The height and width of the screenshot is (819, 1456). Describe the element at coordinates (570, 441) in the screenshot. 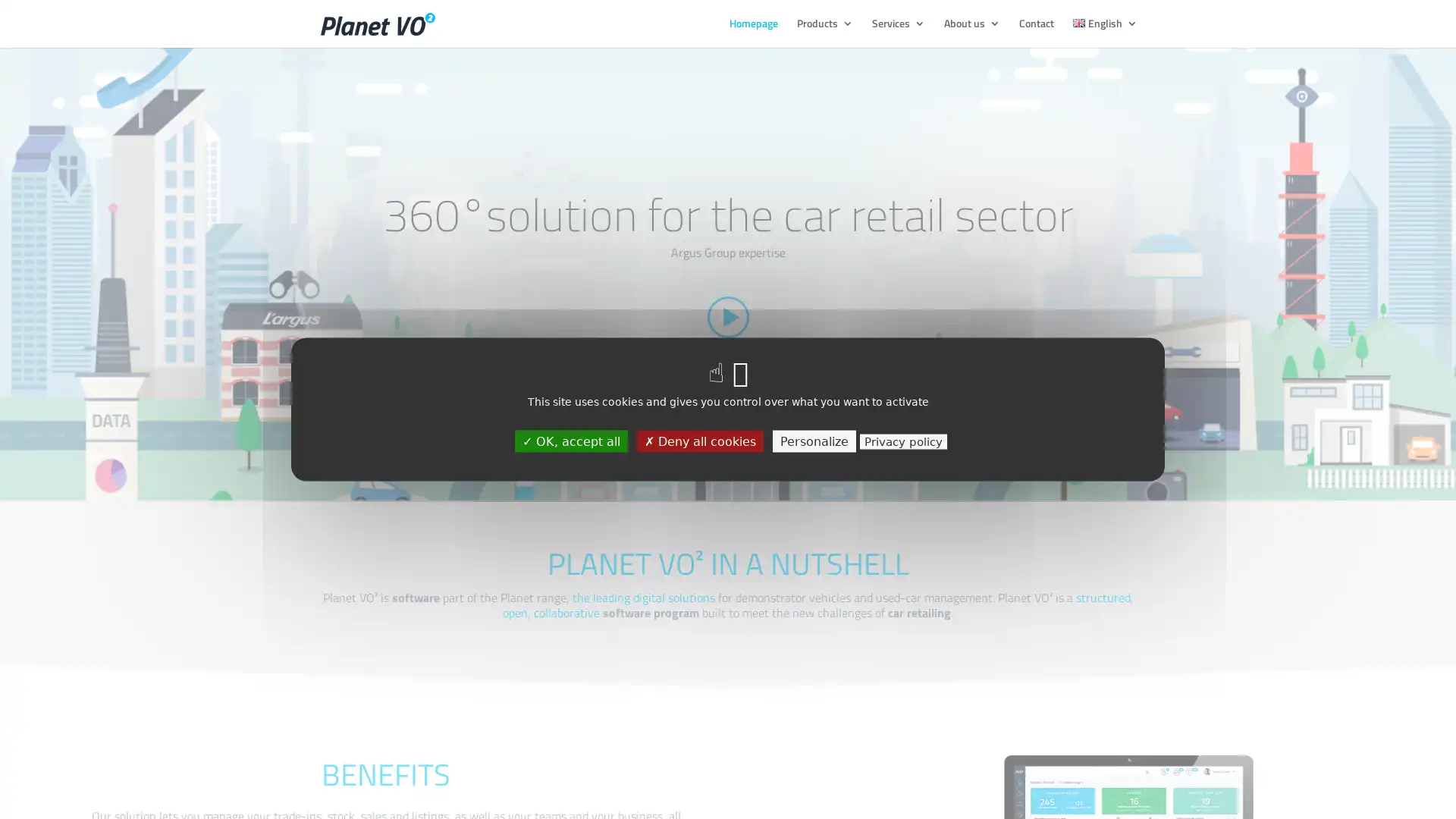

I see `OK, accept all` at that location.